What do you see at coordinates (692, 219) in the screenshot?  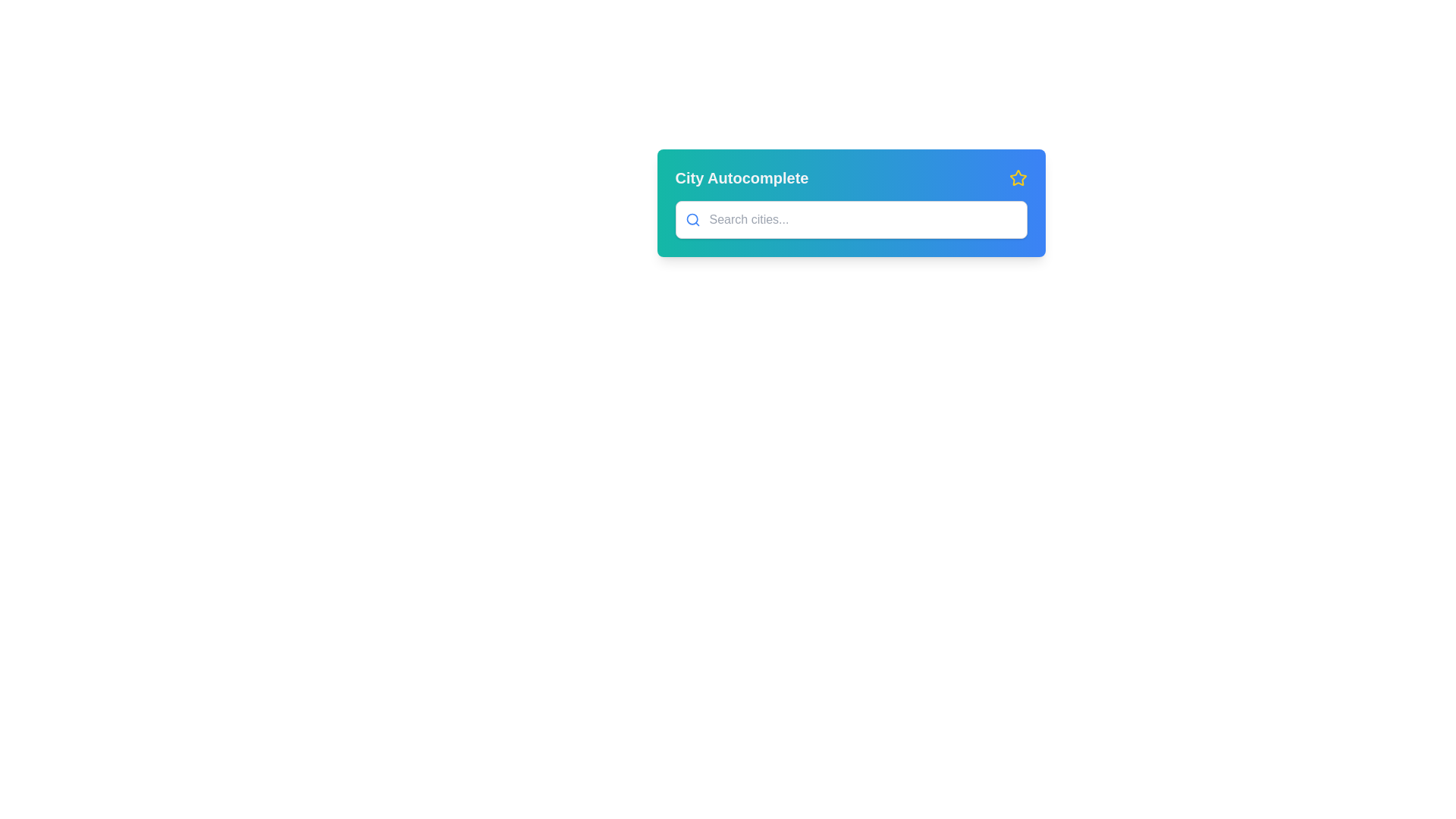 I see `the magnifying glass icon on the left side of the text input field` at bounding box center [692, 219].